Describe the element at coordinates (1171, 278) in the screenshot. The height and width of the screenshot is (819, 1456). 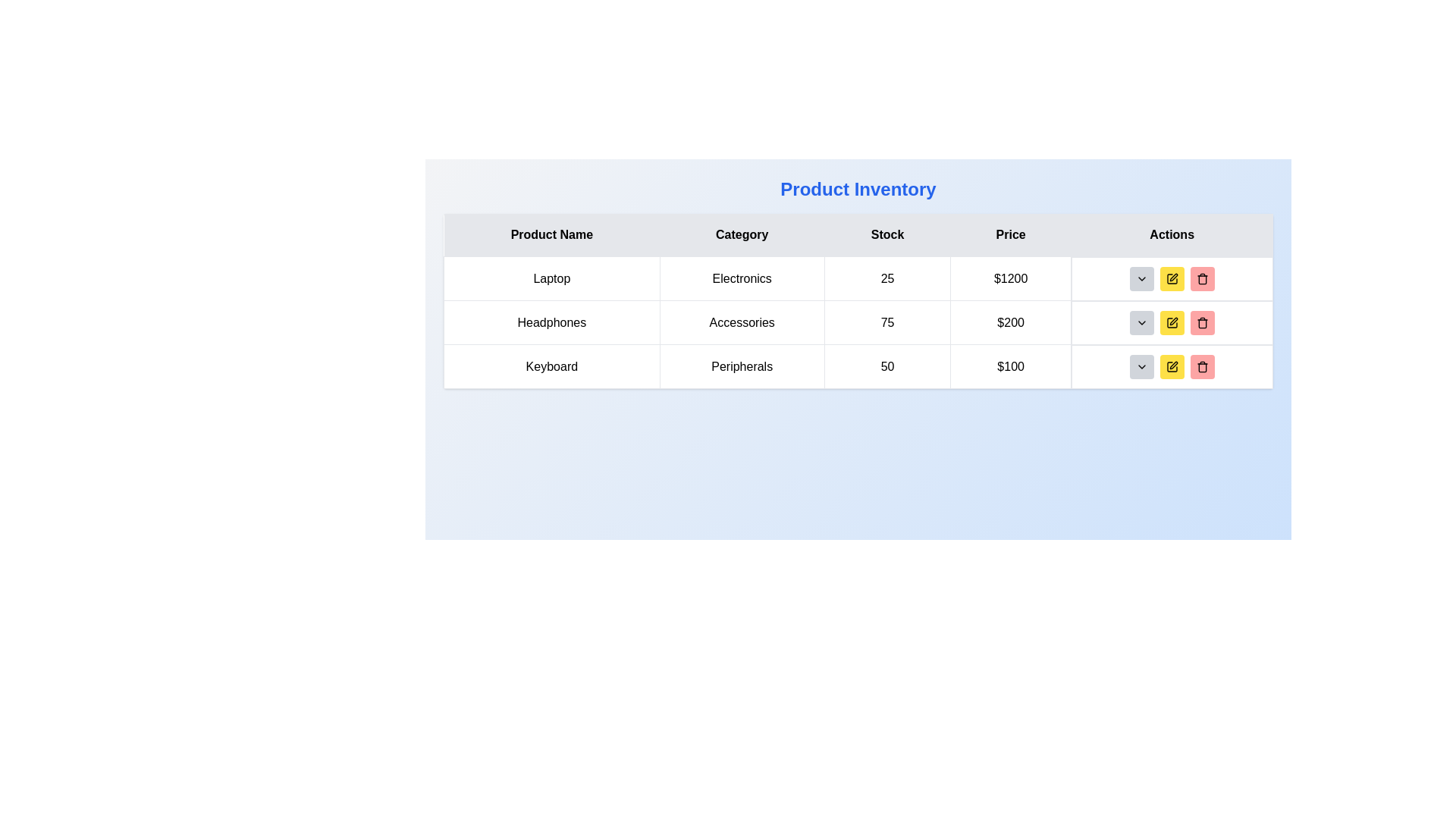
I see `the yellow button with a pen icon located in the third row of the action buttons table` at that location.